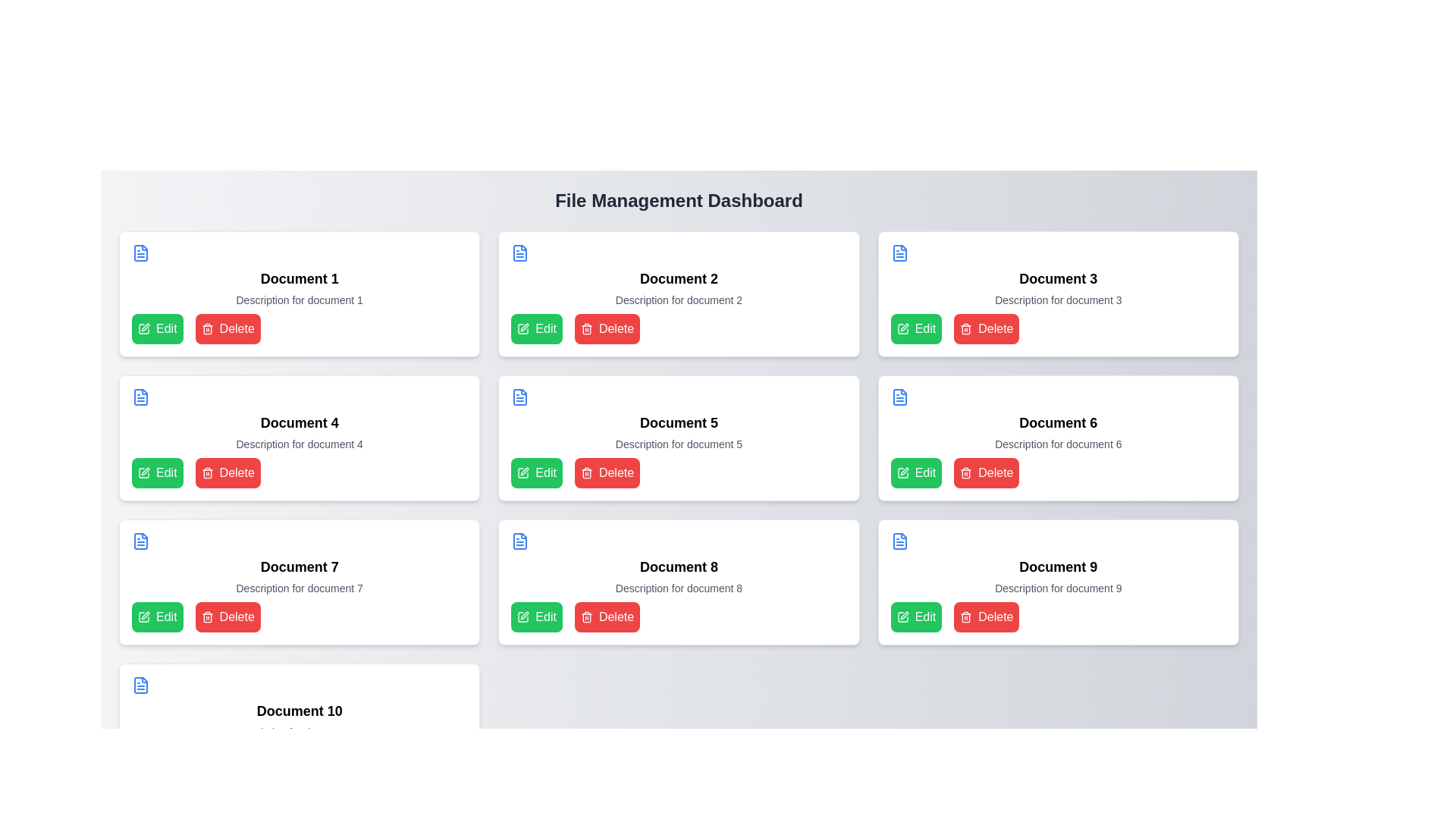 The width and height of the screenshot is (1456, 819). I want to click on the text label displaying 'Document 6', which is prominently styled in bold and large font above other content in its card, located in the second row, third column of the grid, so click(1057, 423).